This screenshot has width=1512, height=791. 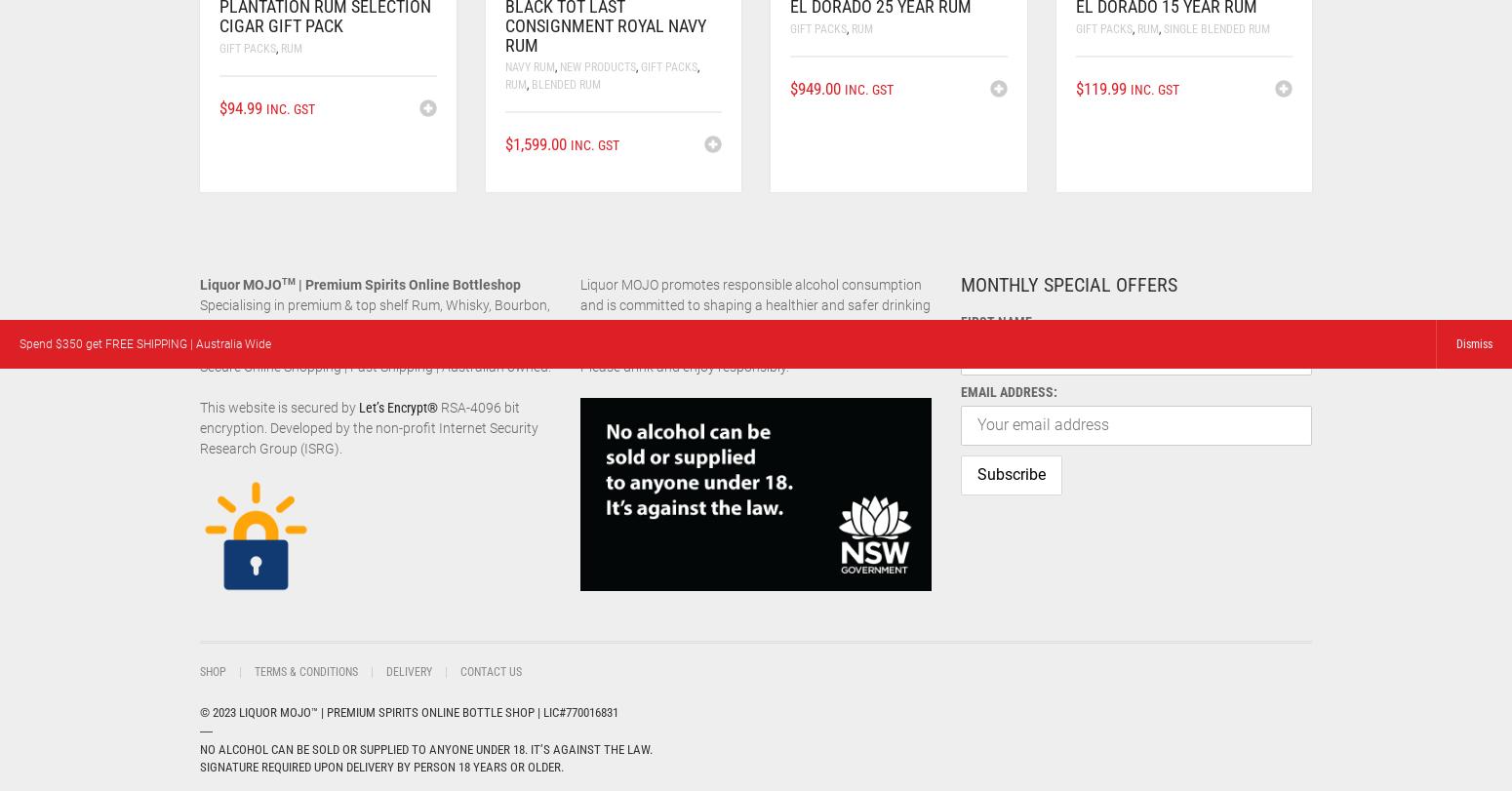 What do you see at coordinates (425, 747) in the screenshot?
I see `'No Alcohol can be sold or supplied to anyone under
18. It’s against the law.'` at bounding box center [425, 747].